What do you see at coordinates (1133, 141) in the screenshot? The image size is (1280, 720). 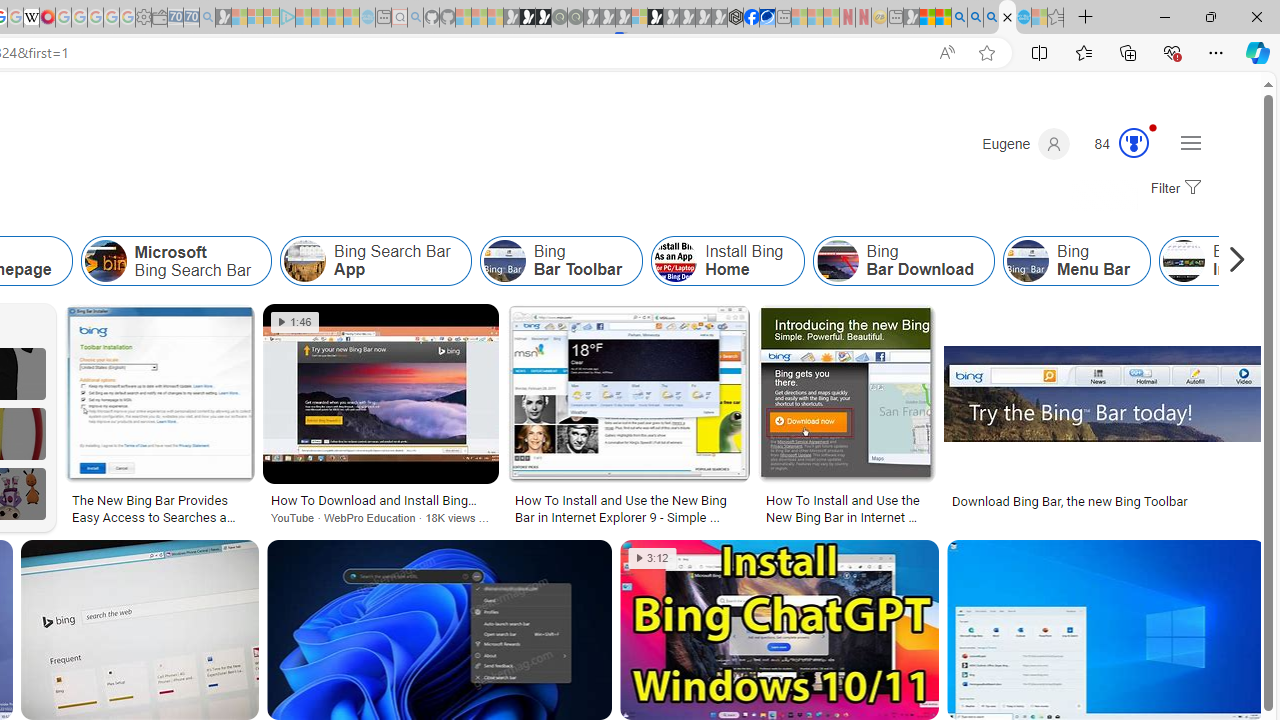 I see `'AutomationID: serp_medal_svg'` at bounding box center [1133, 141].